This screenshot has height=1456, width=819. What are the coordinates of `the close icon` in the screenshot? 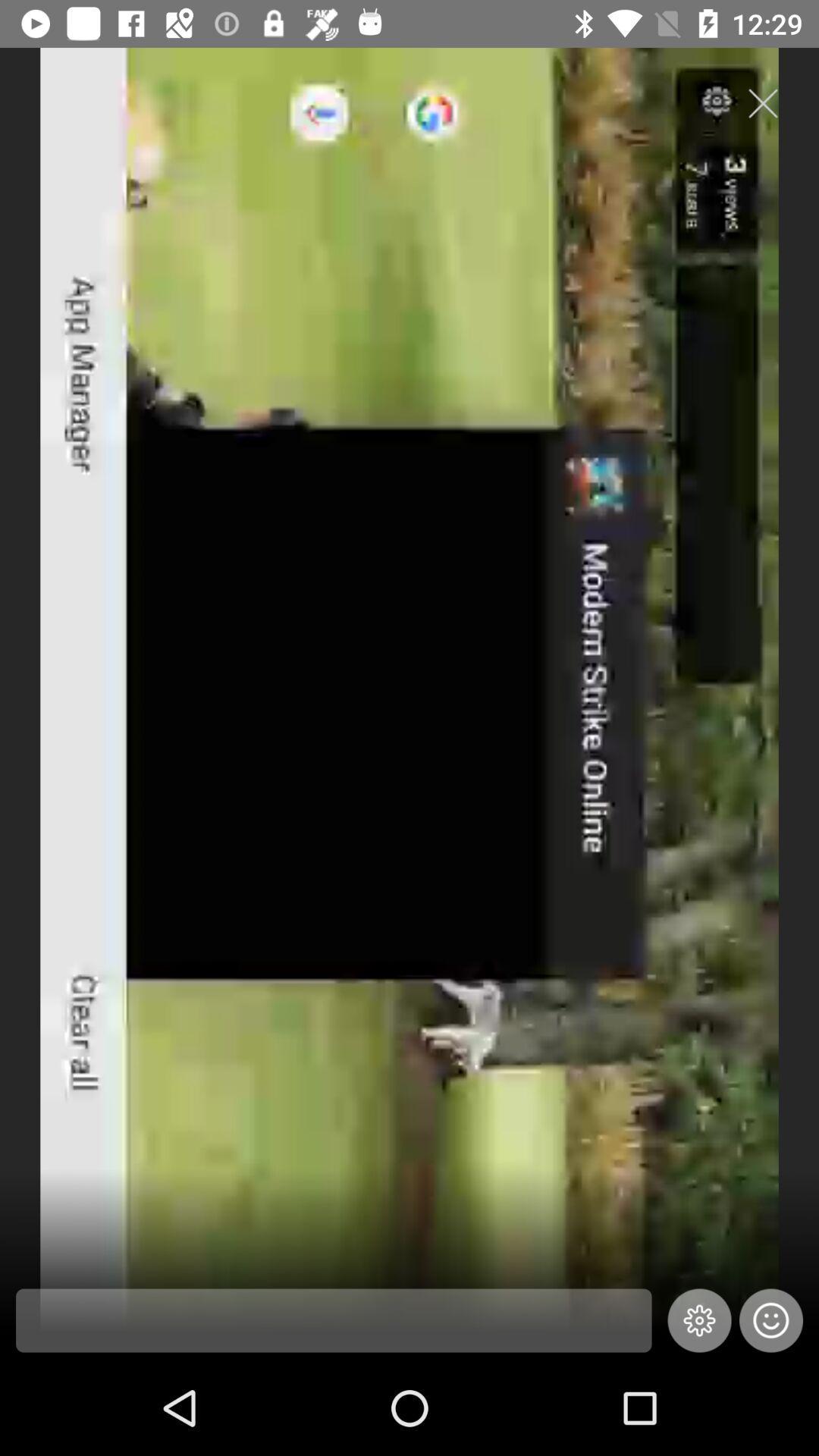 It's located at (763, 102).